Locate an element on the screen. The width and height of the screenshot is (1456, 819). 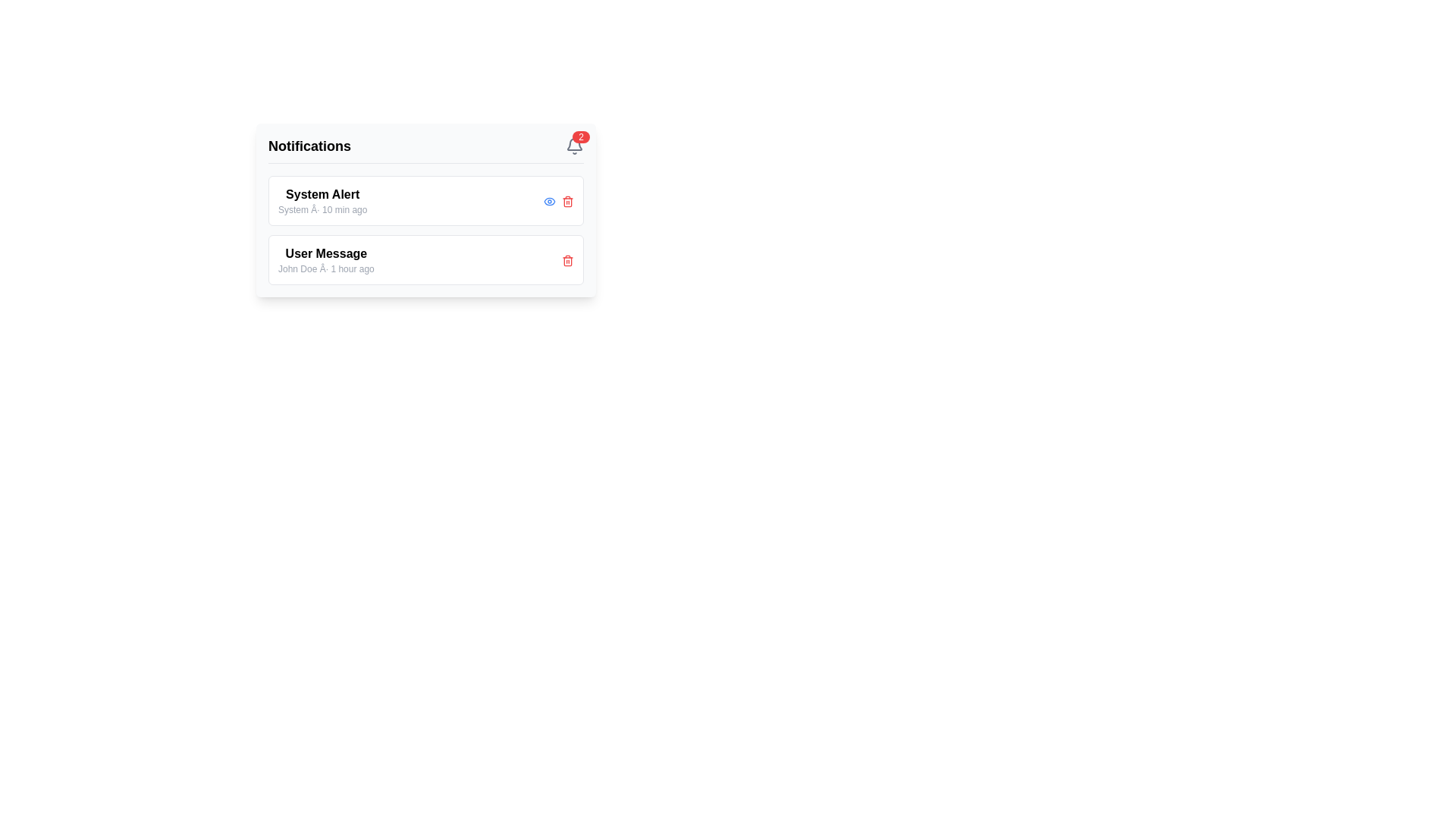
the text label indicating metadata about the notification, which shows the source 'System' and time '10 min ago', located directly below the 'System Alert' heading in the first notification card is located at coordinates (322, 210).